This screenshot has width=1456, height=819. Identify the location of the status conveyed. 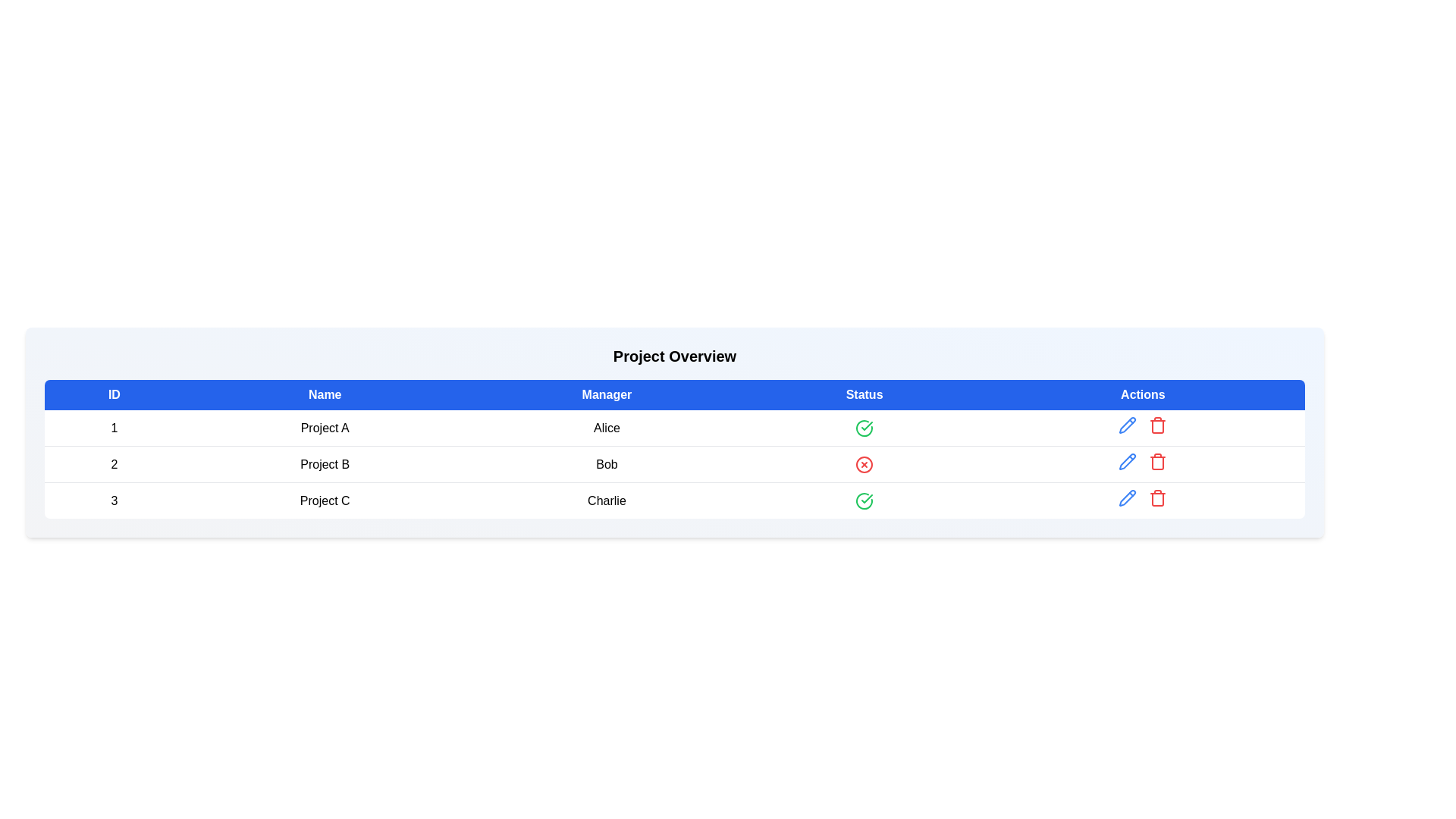
(867, 425).